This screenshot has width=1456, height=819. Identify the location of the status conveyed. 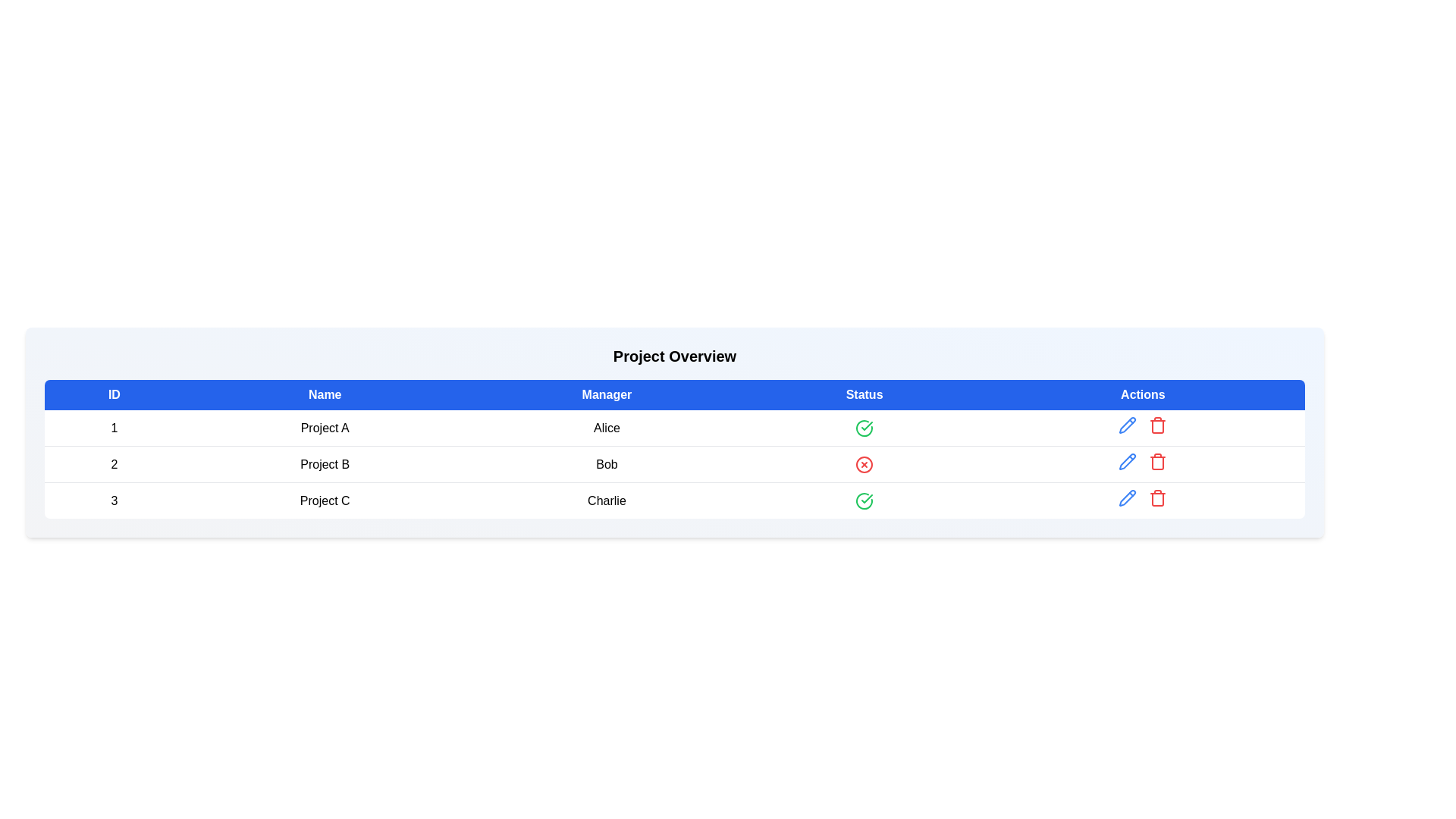
(867, 425).